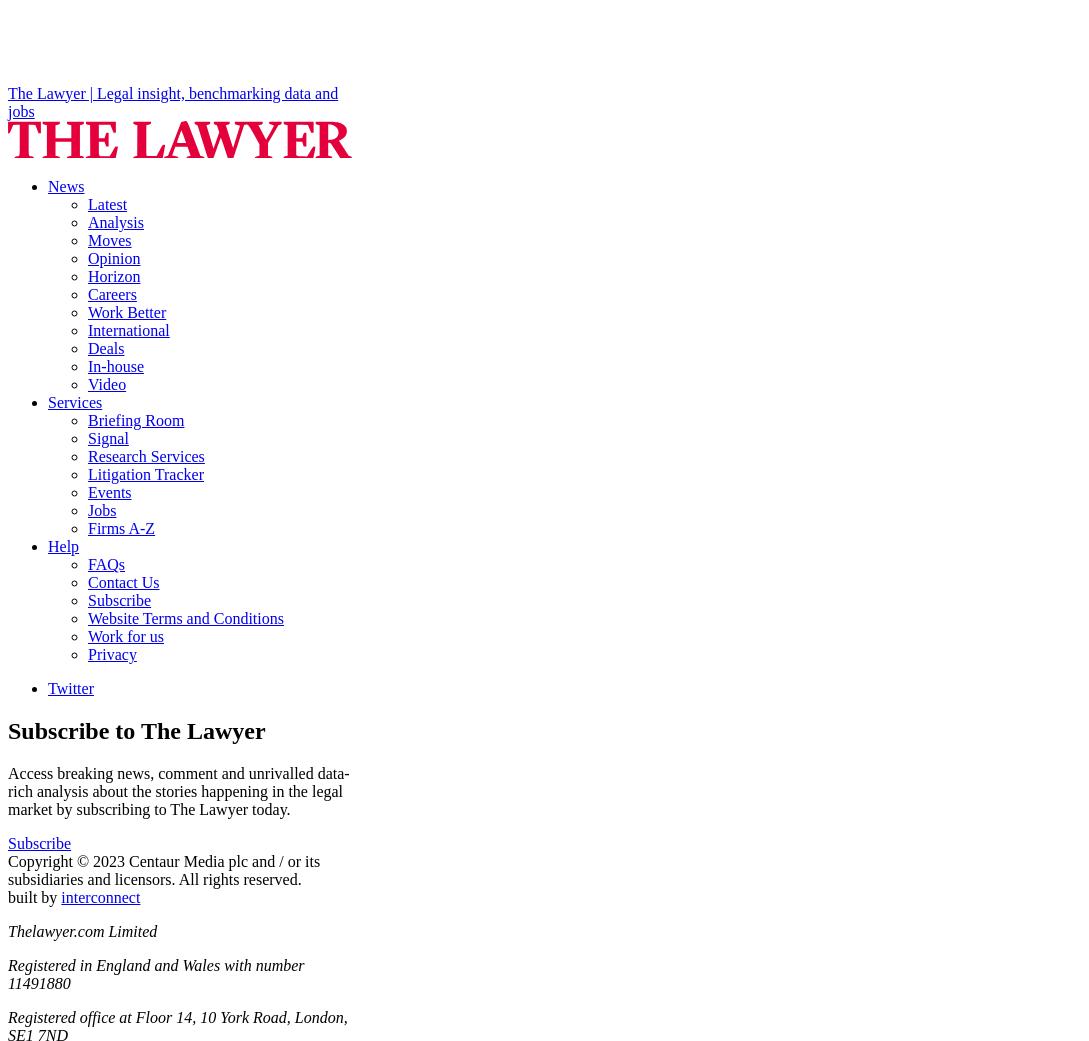 Image resolution: width=1089 pixels, height=1041 pixels. I want to click on 'International', so click(128, 330).